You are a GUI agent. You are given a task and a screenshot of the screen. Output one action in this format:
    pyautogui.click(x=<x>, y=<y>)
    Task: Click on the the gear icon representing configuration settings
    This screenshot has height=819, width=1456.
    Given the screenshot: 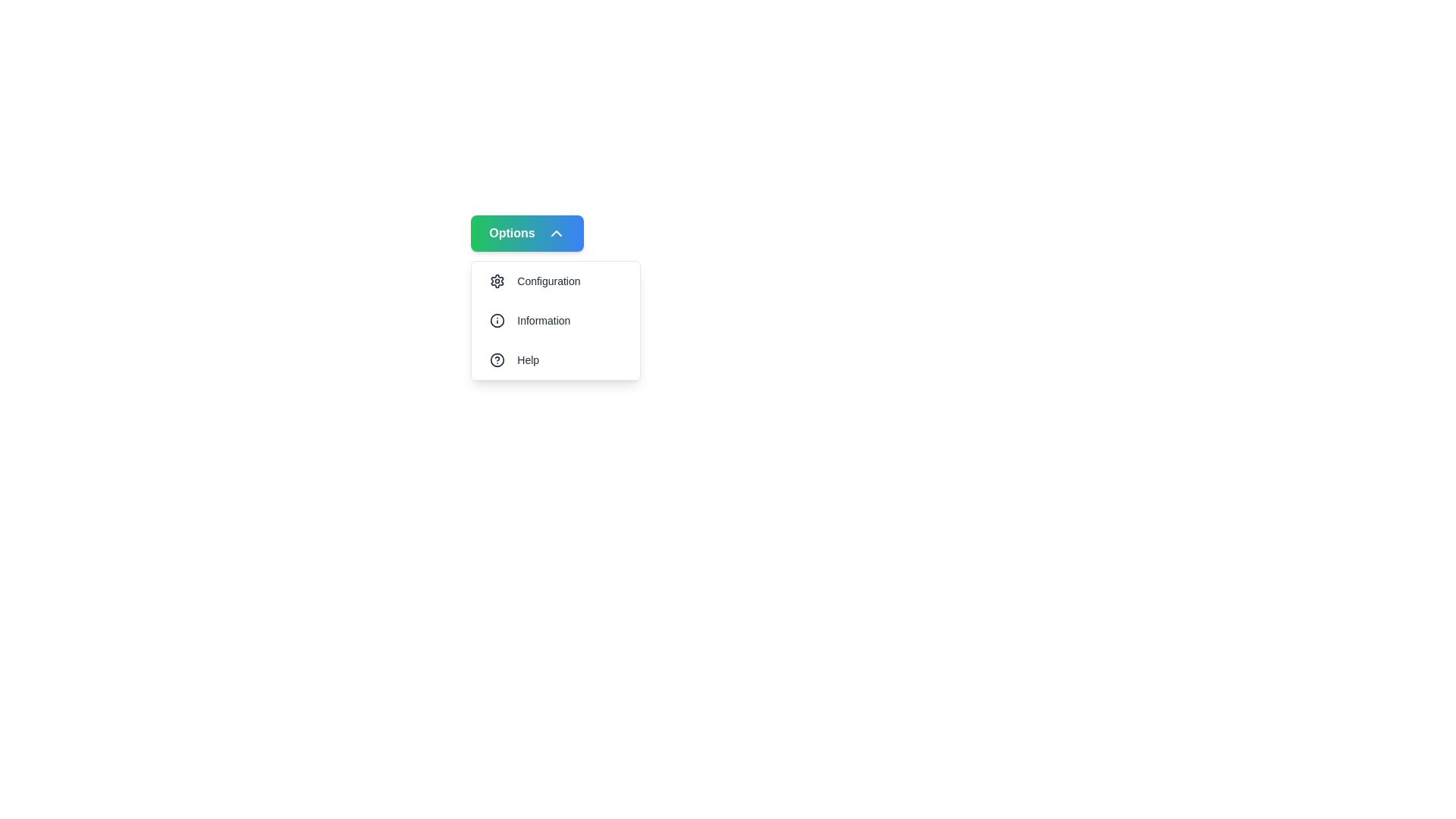 What is the action you would take?
    pyautogui.click(x=497, y=281)
    